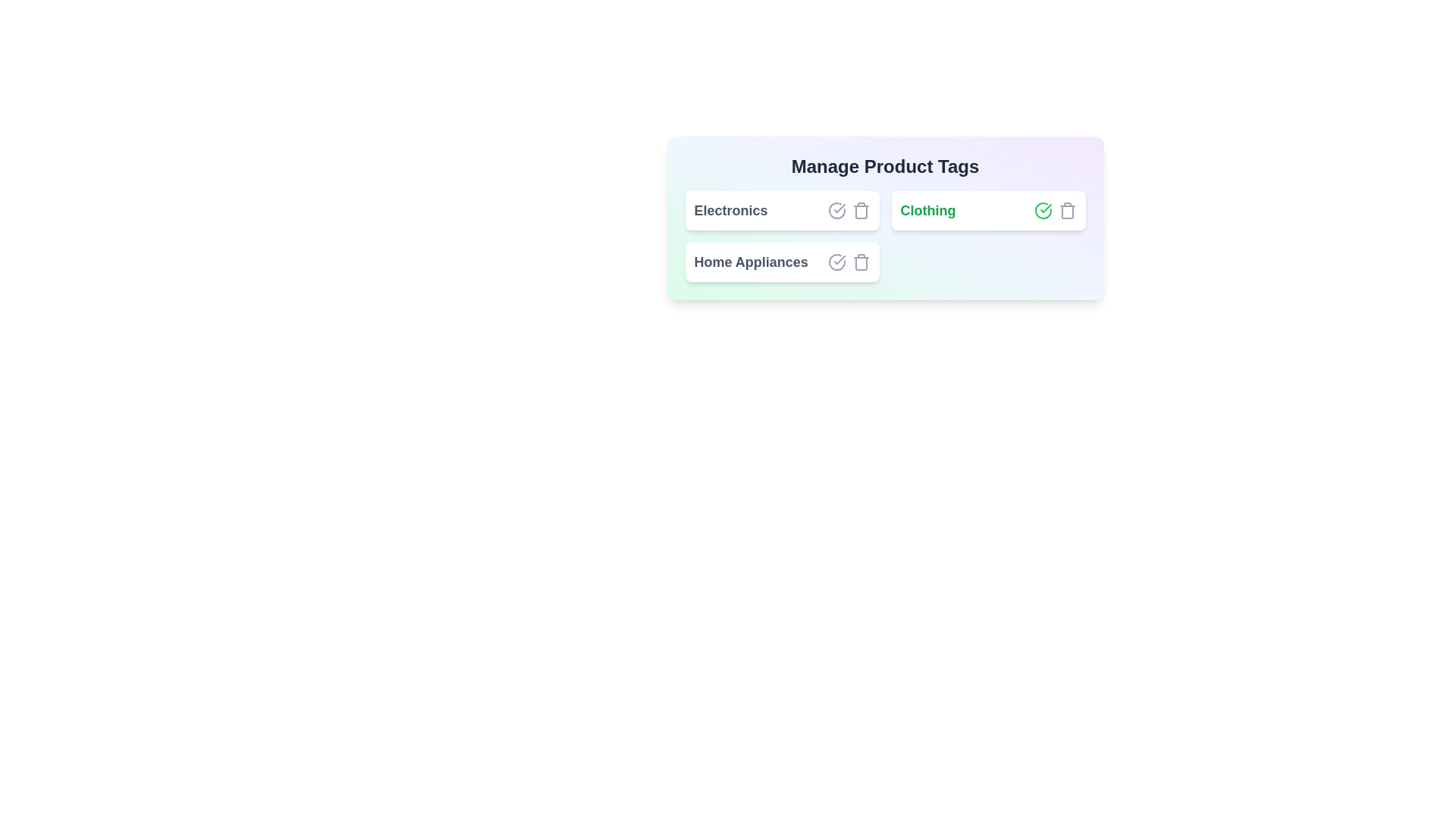 The height and width of the screenshot is (819, 1456). I want to click on the tag 'Electronics' by clicking its toggle button, so click(836, 210).